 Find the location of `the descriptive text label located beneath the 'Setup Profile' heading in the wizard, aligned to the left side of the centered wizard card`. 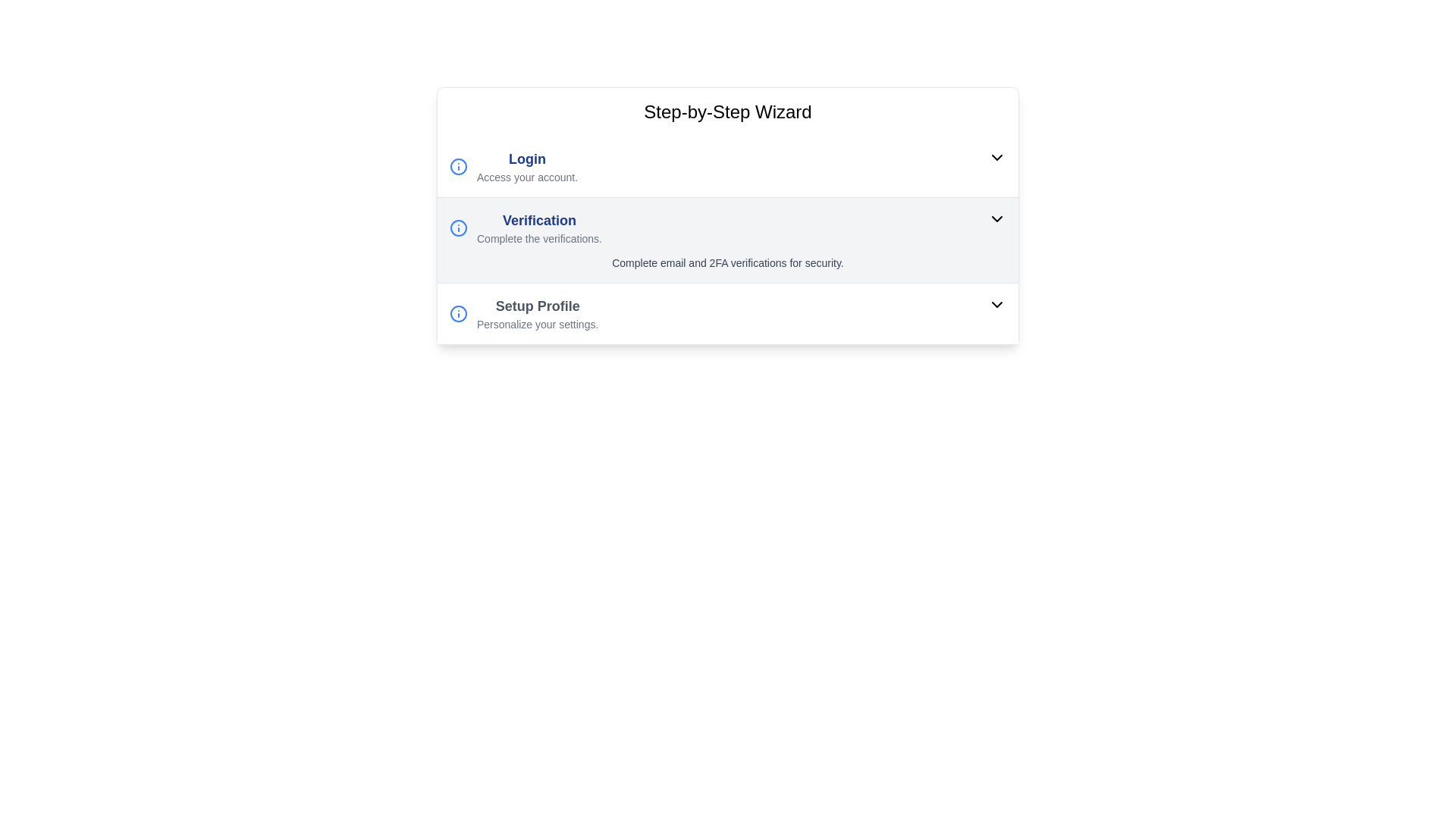

the descriptive text label located beneath the 'Setup Profile' heading in the wizard, aligned to the left side of the centered wizard card is located at coordinates (538, 324).